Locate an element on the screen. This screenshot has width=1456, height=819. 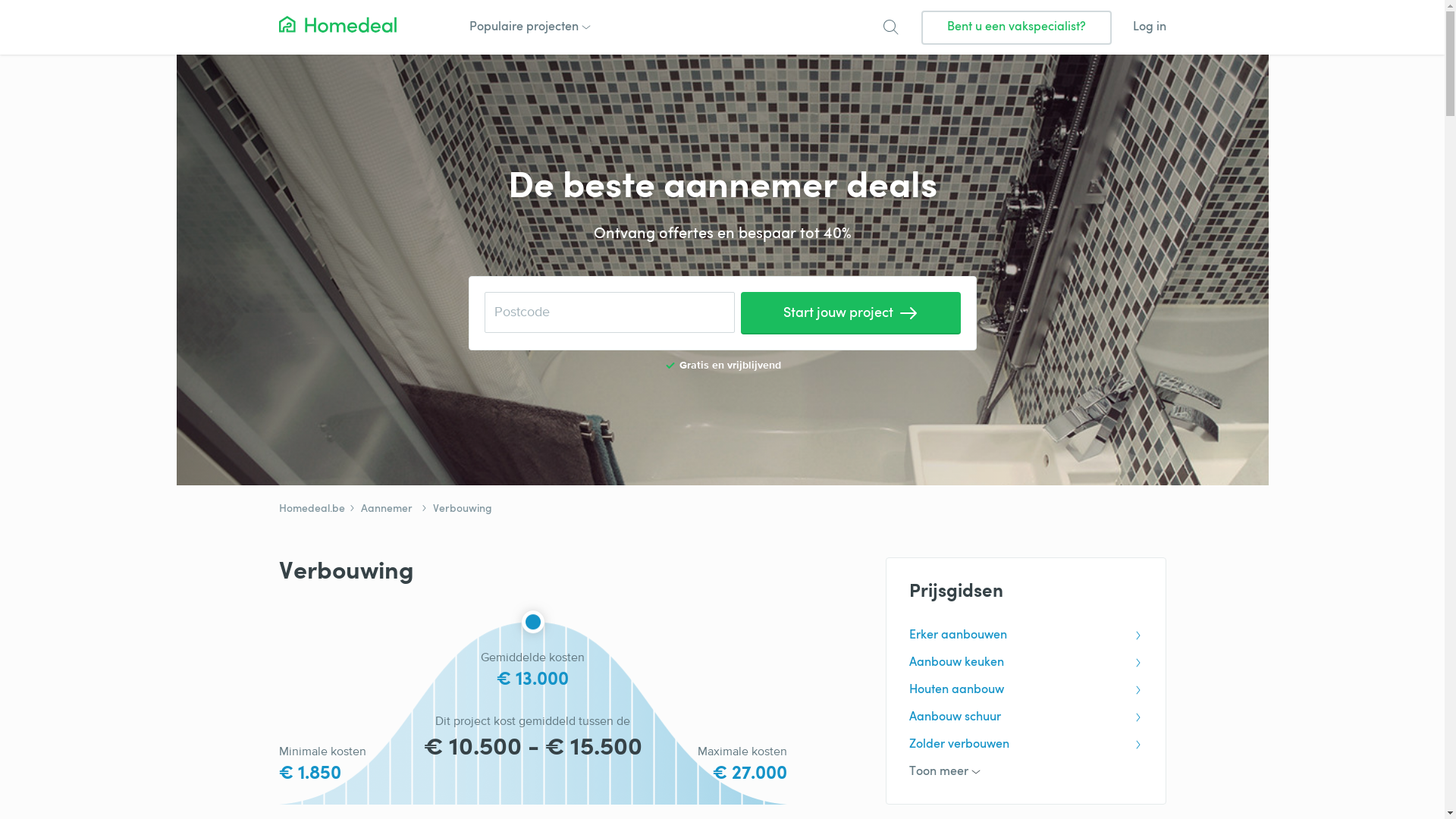
'Start jouw project' is located at coordinates (850, 312).